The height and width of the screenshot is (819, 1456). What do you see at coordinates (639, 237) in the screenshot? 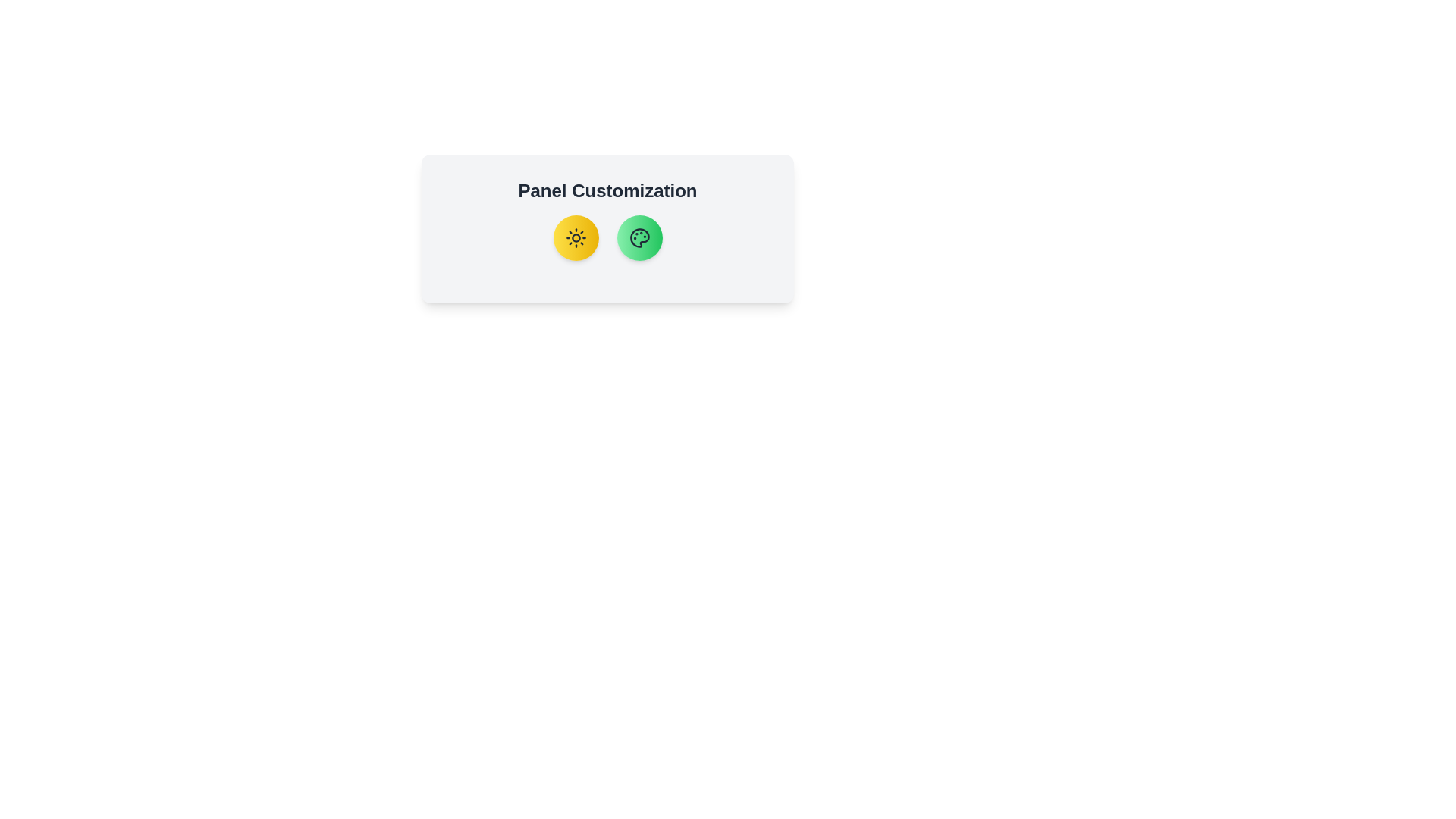
I see `the second circular icon button, which is a green gradient painter's palette icon located within the 'Panel Customization' card` at bounding box center [639, 237].